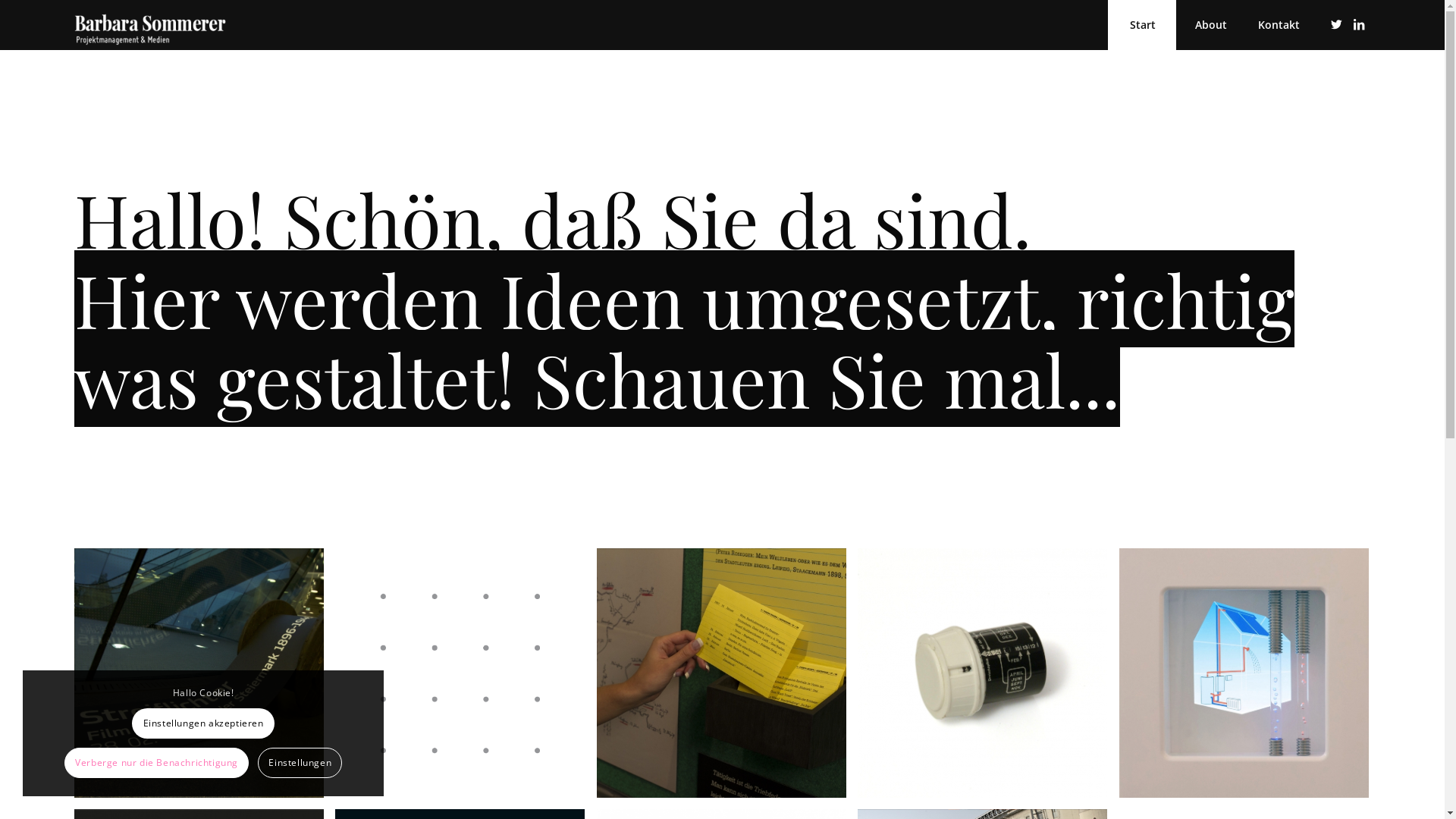 The height and width of the screenshot is (819, 1456). What do you see at coordinates (156, 763) in the screenshot?
I see `'Verberge nur die Benachrichtigung'` at bounding box center [156, 763].